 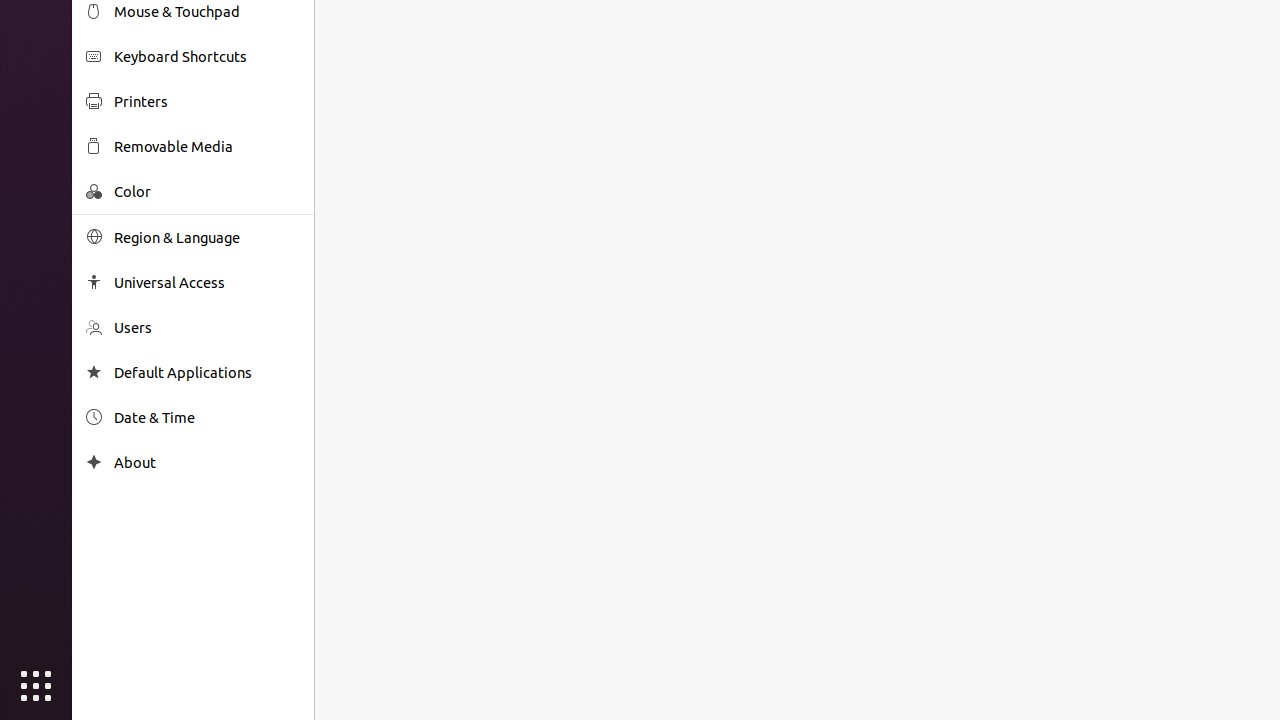 What do you see at coordinates (206, 372) in the screenshot?
I see `'Default Applications'` at bounding box center [206, 372].